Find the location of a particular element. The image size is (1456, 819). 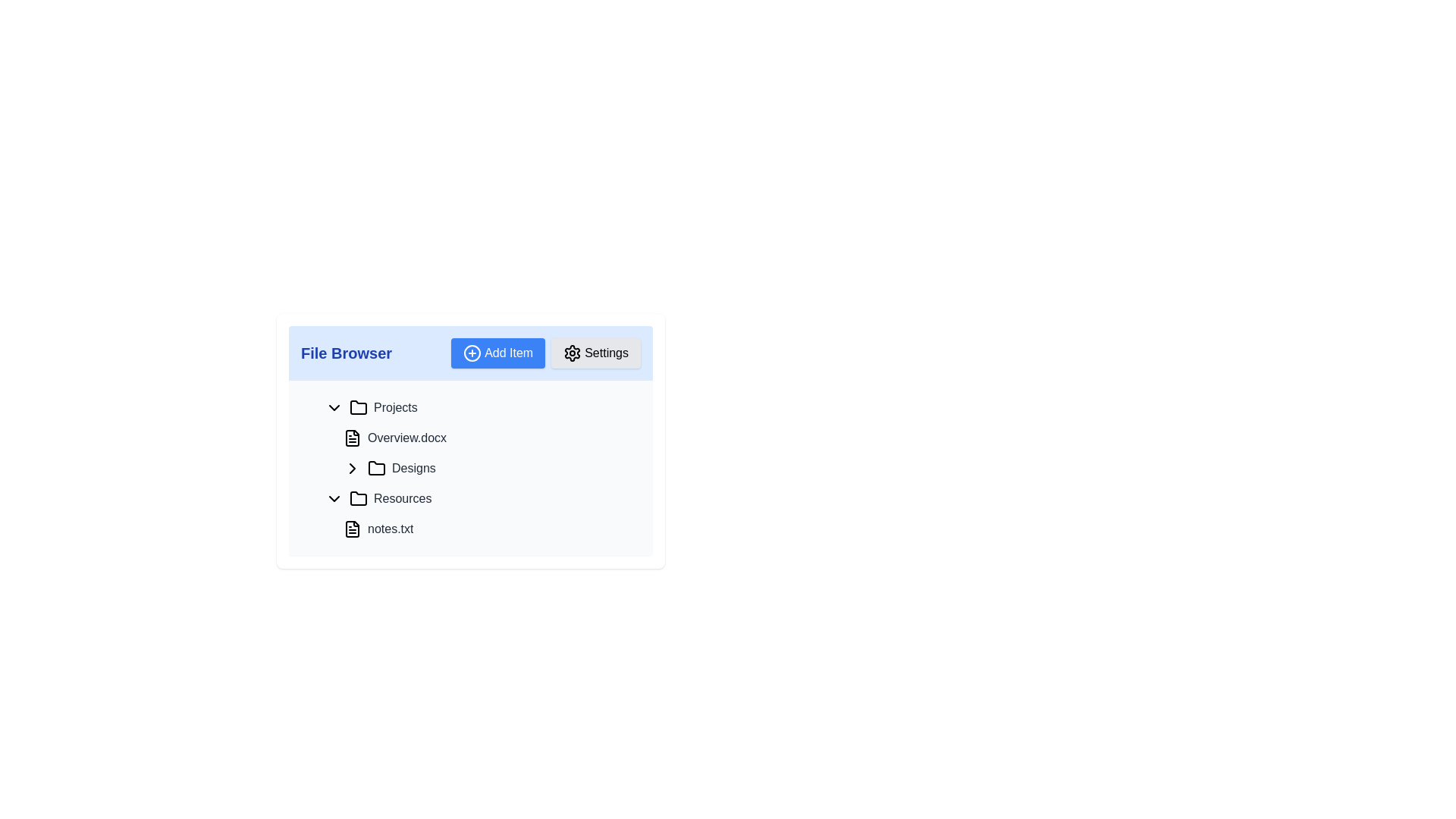

the 'Settings' button, which is a rounded rectangular button with a light gray background and a cogwheel icon, located to the right of the 'Add Item' button is located at coordinates (595, 353).